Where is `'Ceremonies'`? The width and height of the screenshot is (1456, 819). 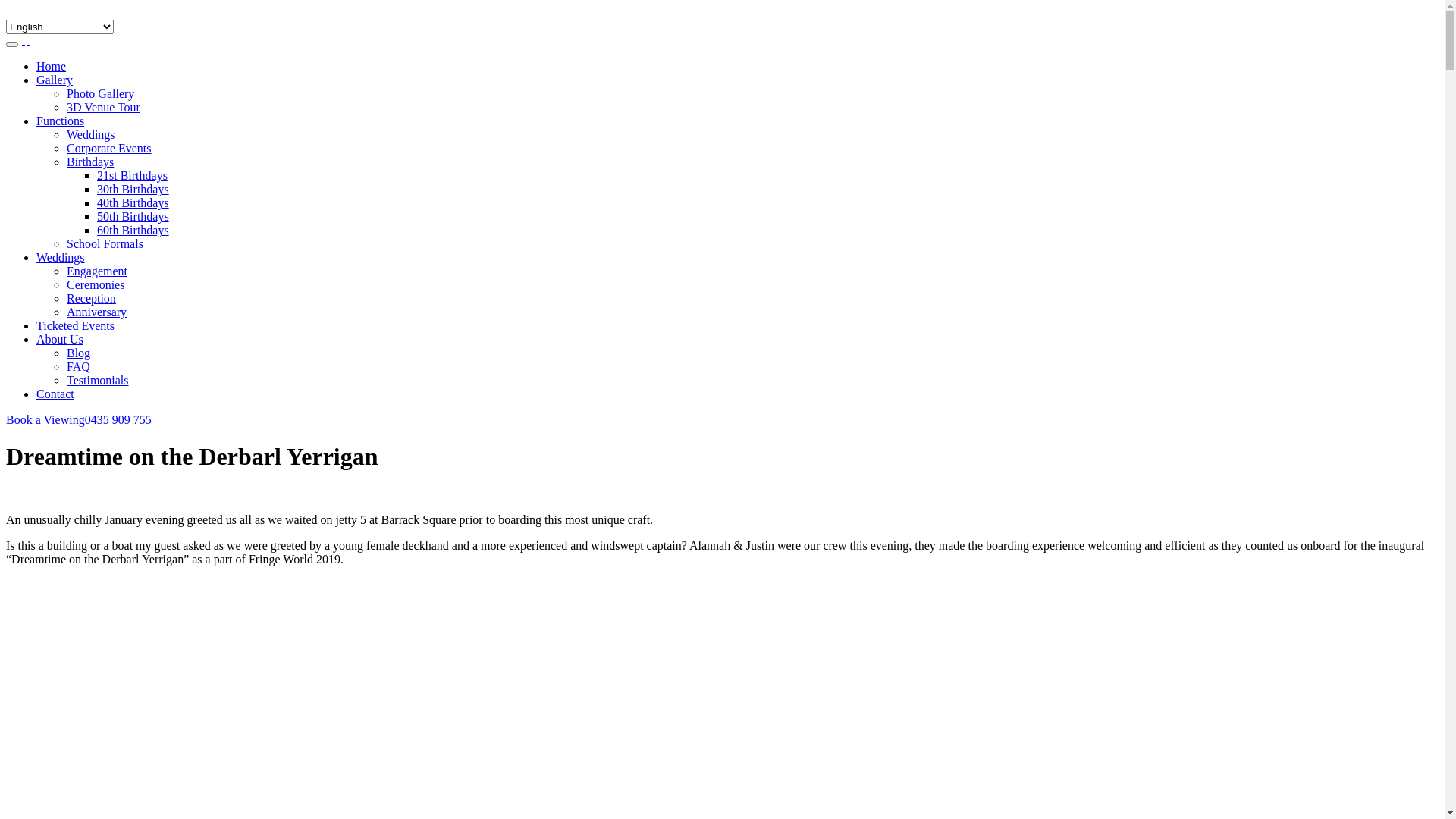 'Ceremonies' is located at coordinates (65, 284).